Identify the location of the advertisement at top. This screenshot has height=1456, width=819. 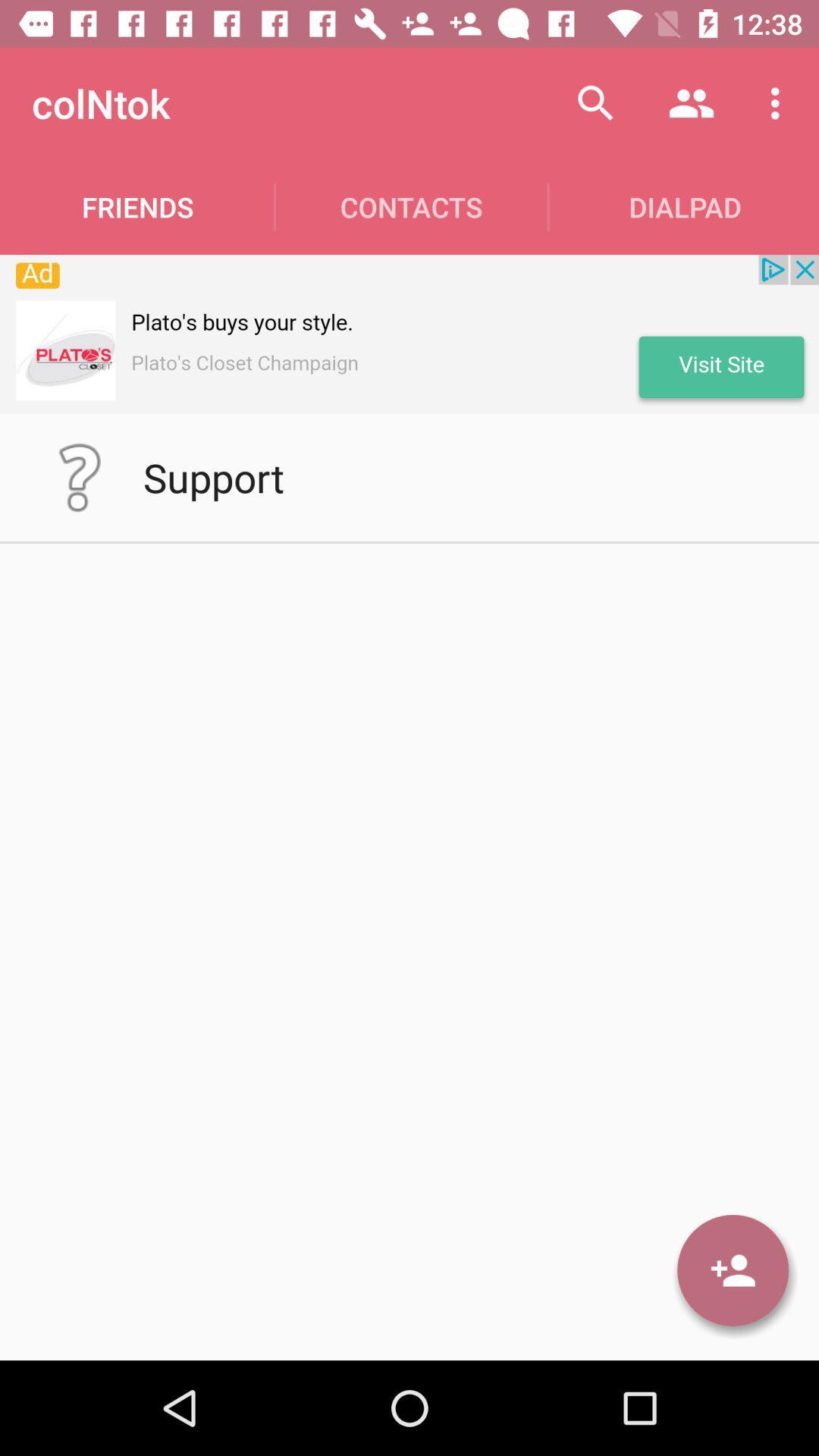
(409, 334).